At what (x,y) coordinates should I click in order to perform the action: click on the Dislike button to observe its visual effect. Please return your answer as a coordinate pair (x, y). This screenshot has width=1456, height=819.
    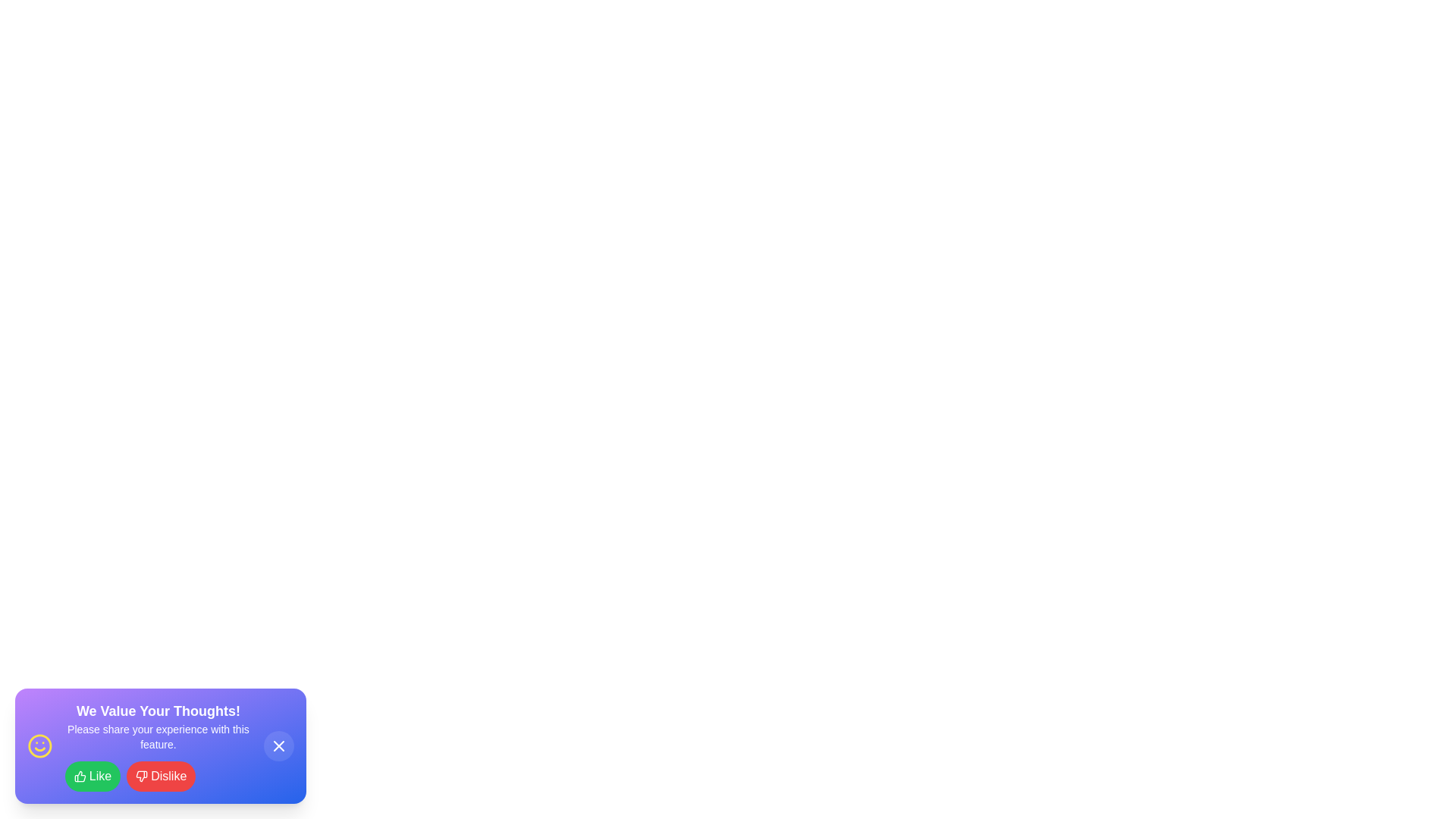
    Looking at the image, I should click on (160, 776).